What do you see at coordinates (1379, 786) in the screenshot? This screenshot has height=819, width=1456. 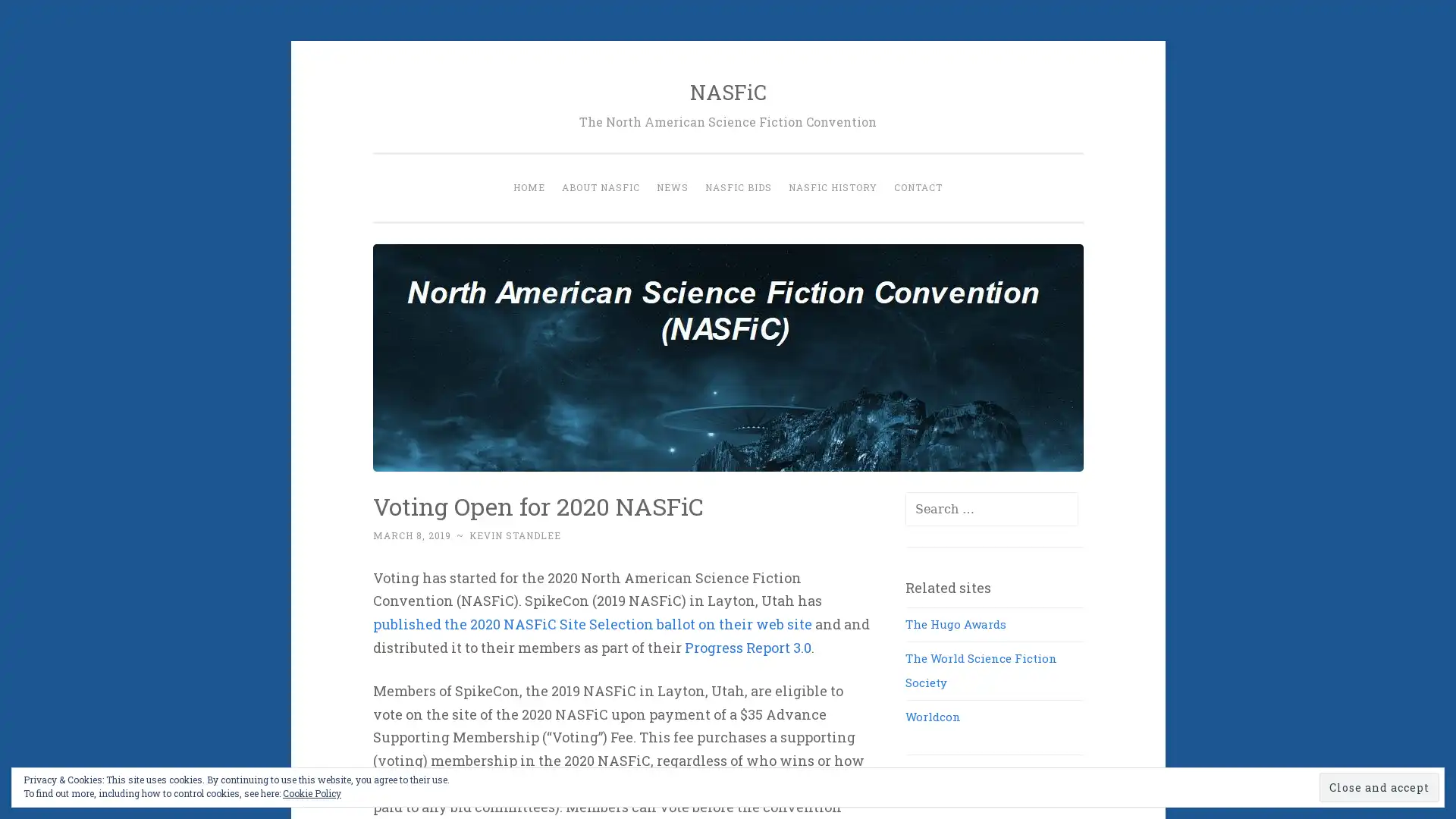 I see `Close and accept` at bounding box center [1379, 786].